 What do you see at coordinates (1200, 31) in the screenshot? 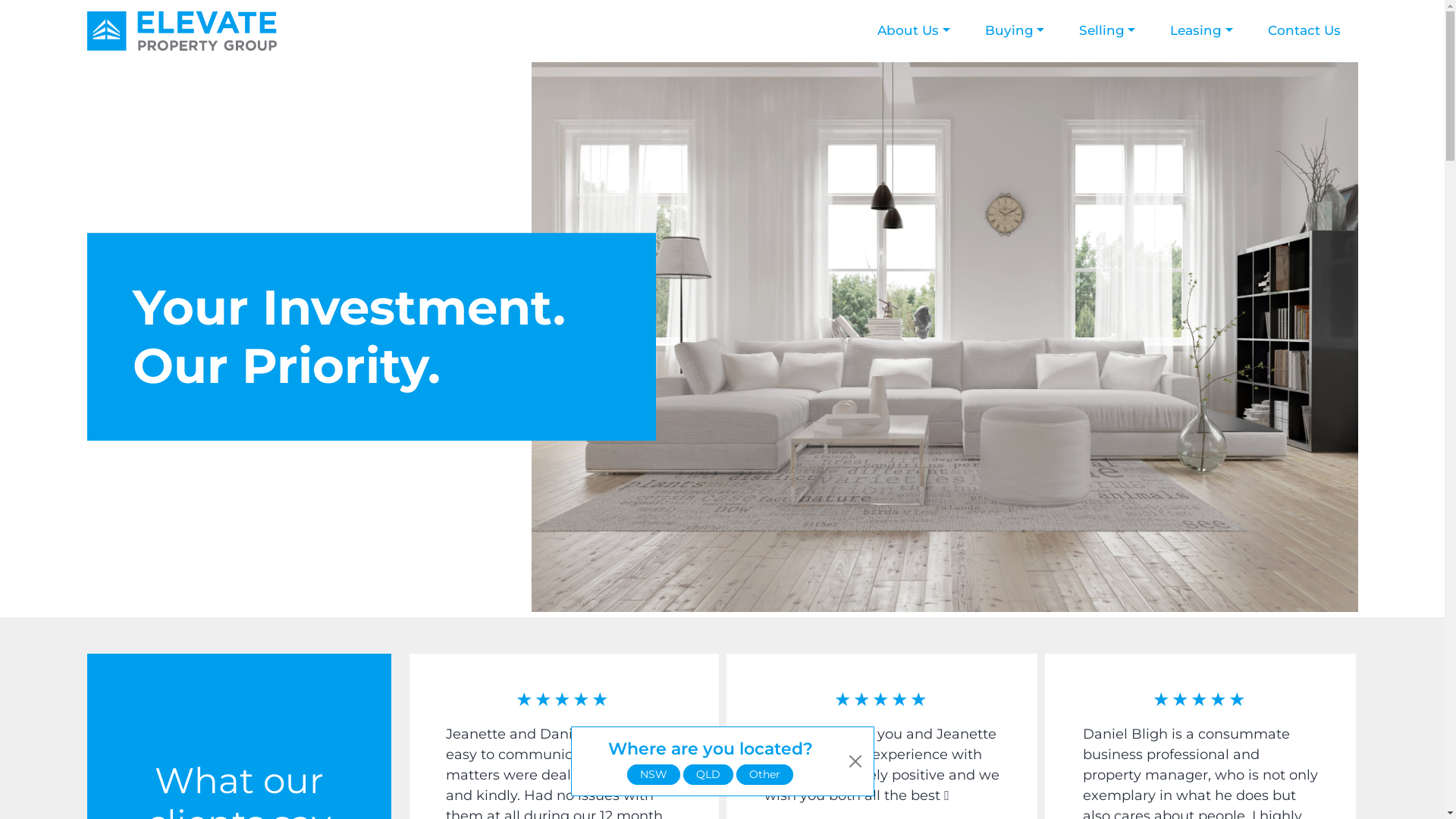
I see `'Leasing'` at bounding box center [1200, 31].